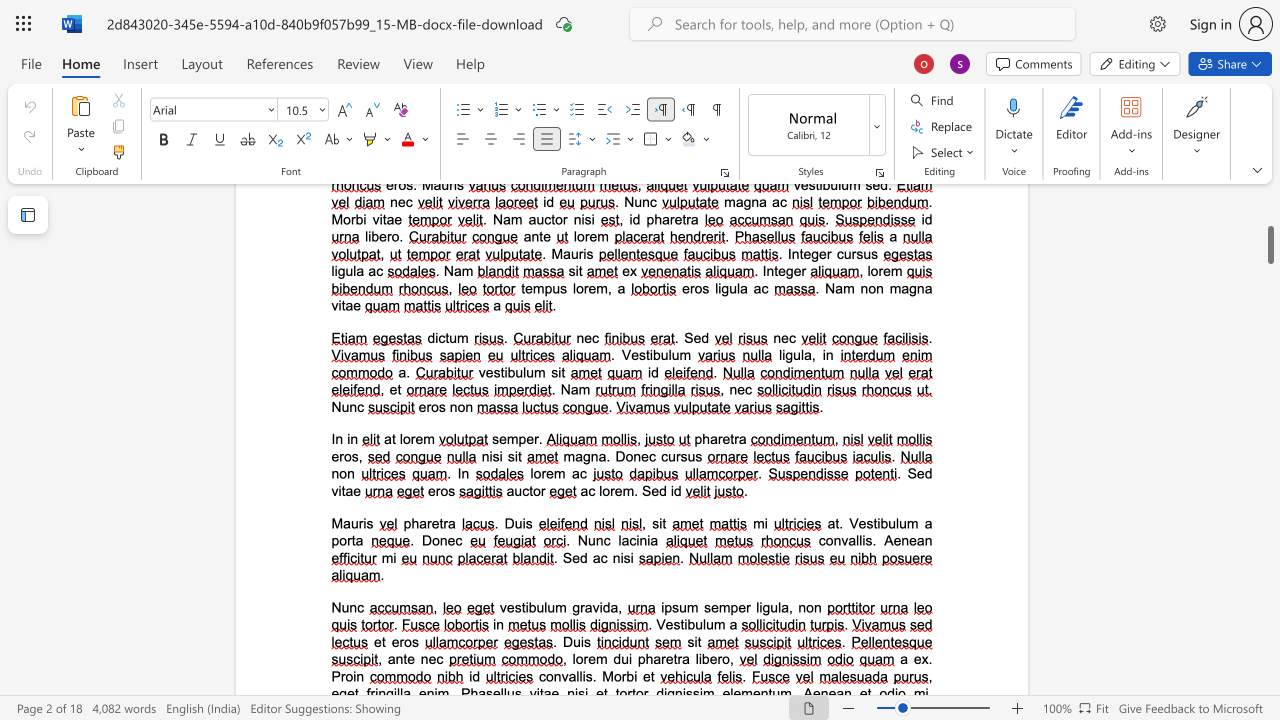 The width and height of the screenshot is (1280, 720). Describe the element at coordinates (839, 522) in the screenshot. I see `the space between the continuous character "t" and "." in the text` at that location.